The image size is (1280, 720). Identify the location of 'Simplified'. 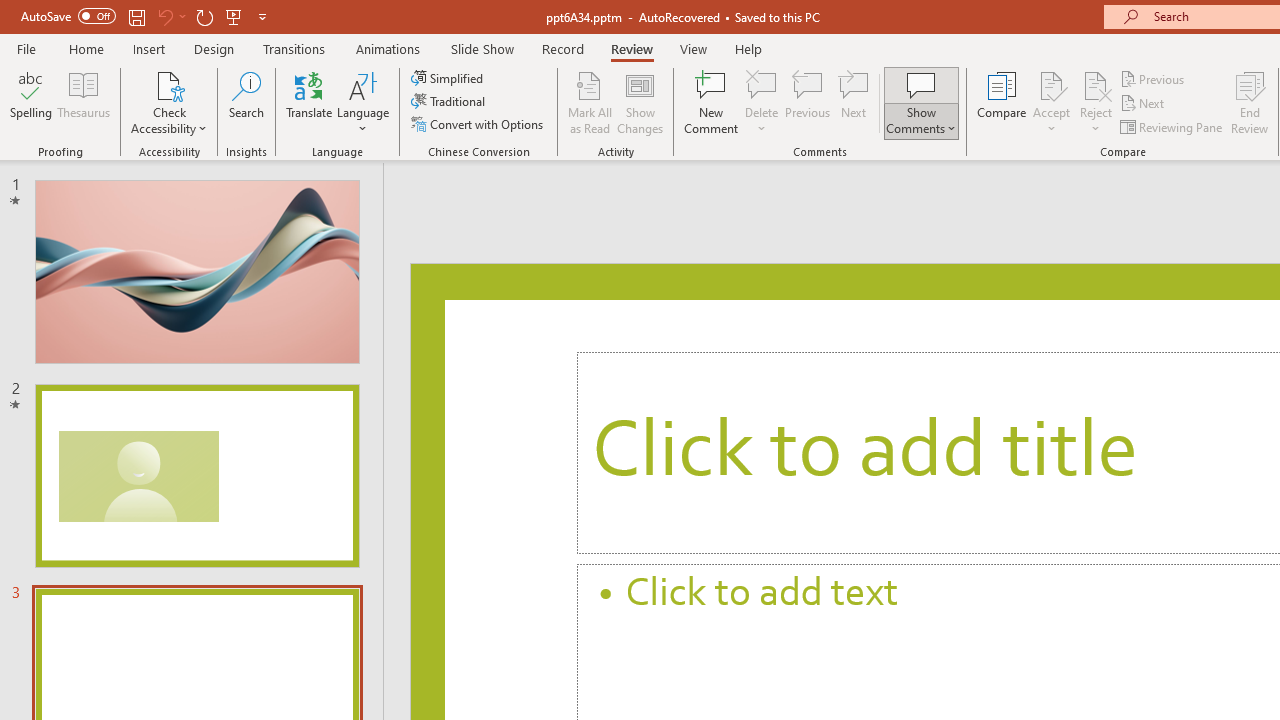
(448, 77).